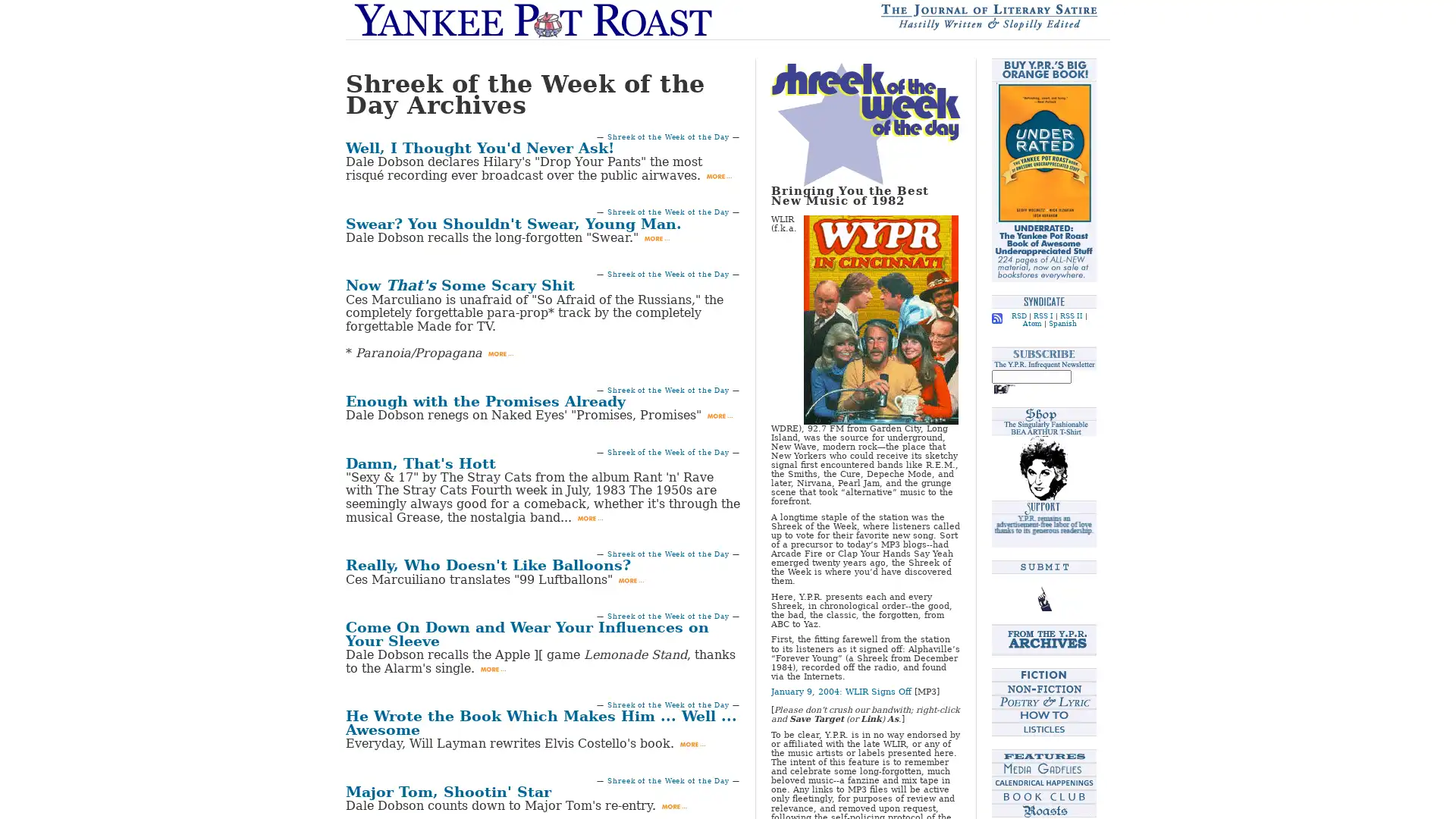 The height and width of the screenshot is (819, 1456). Describe the element at coordinates (1004, 388) in the screenshot. I see `Onward!` at that location.